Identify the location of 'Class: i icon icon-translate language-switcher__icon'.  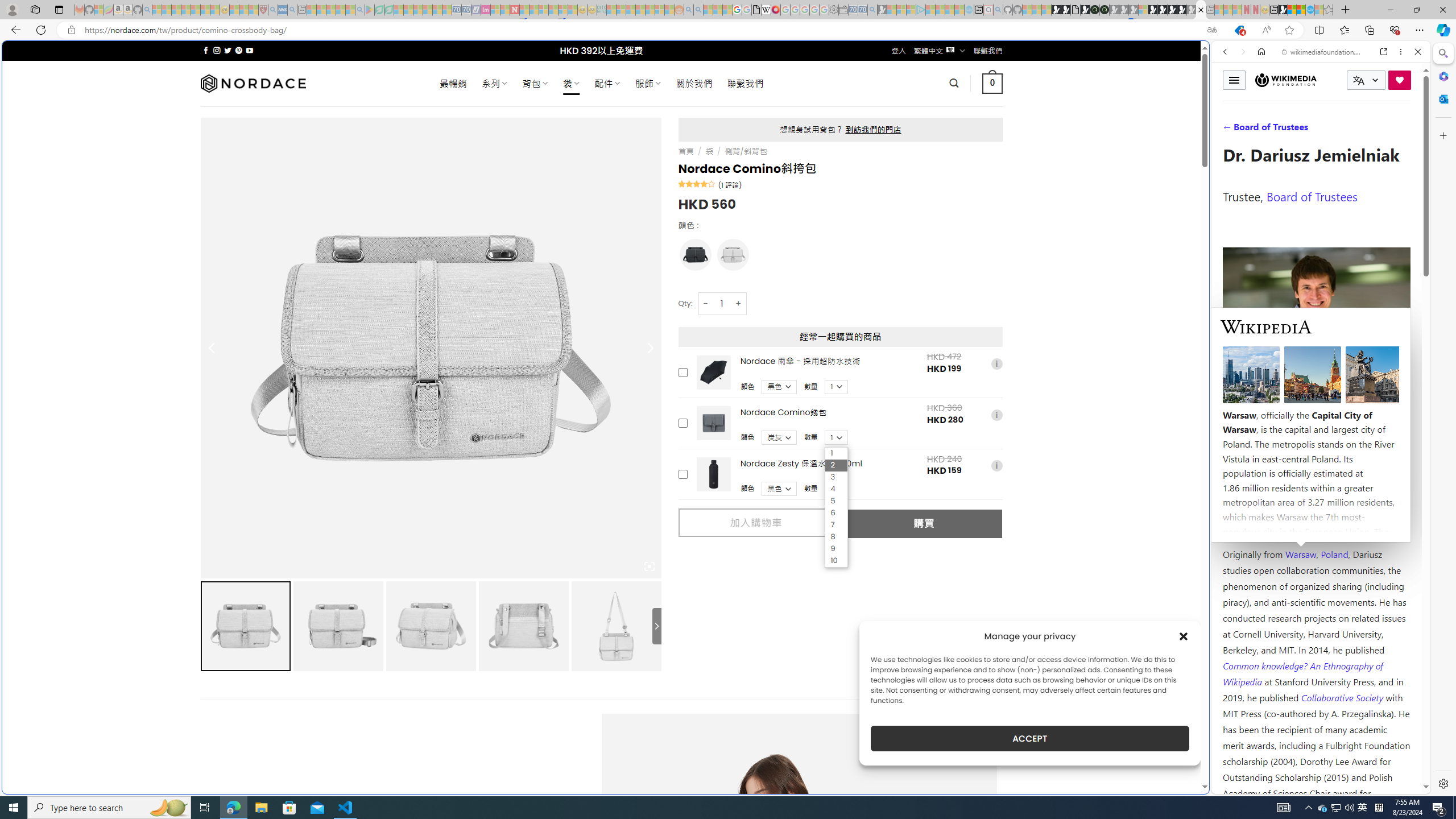
(1358, 80).